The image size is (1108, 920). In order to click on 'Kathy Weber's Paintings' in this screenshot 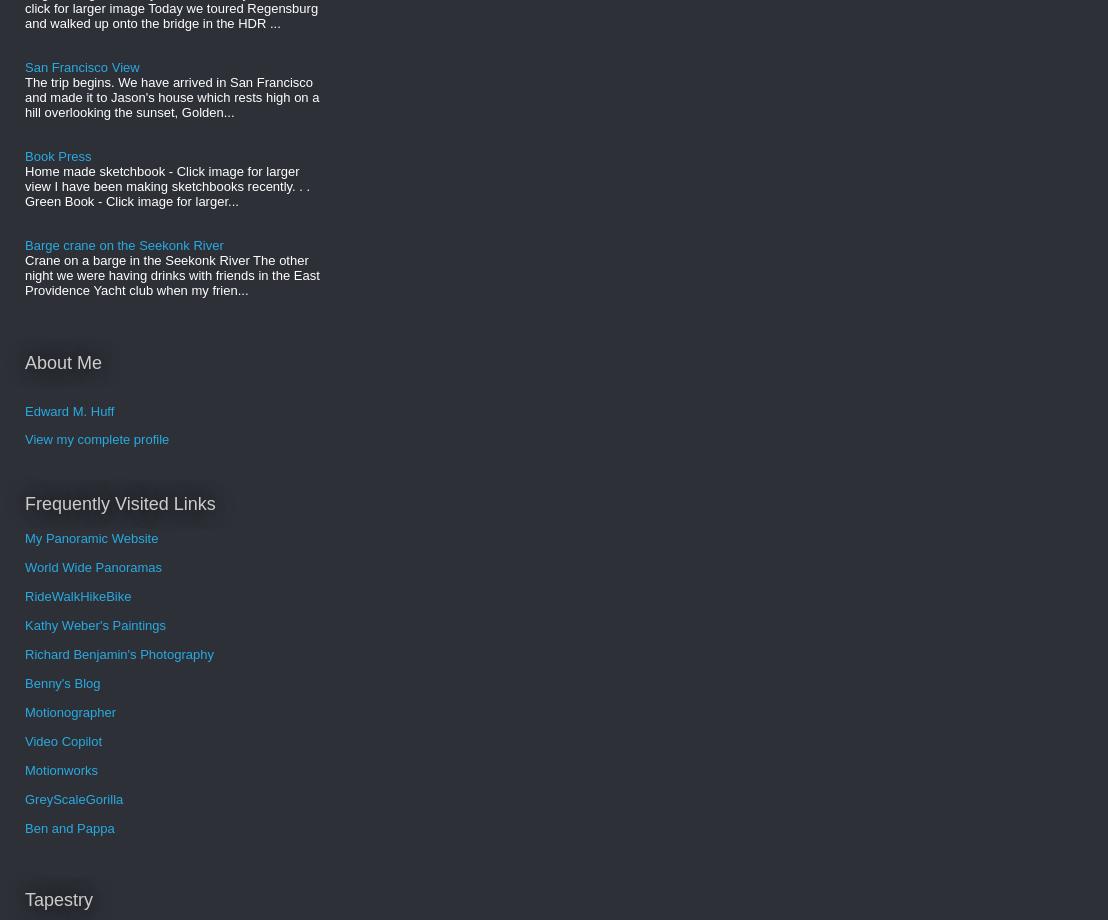, I will do `click(25, 623)`.